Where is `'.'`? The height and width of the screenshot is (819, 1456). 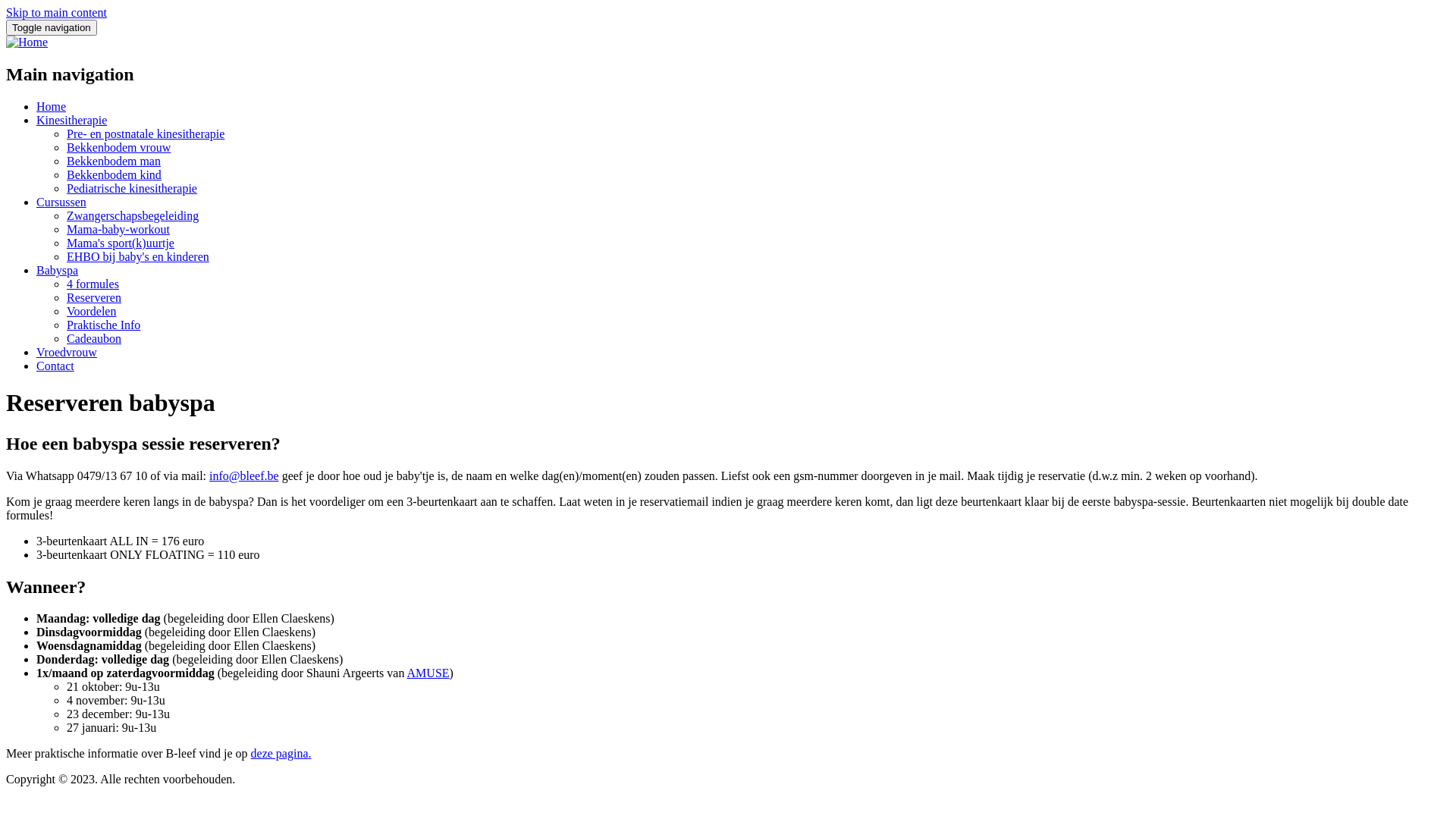 '.' is located at coordinates (309, 753).